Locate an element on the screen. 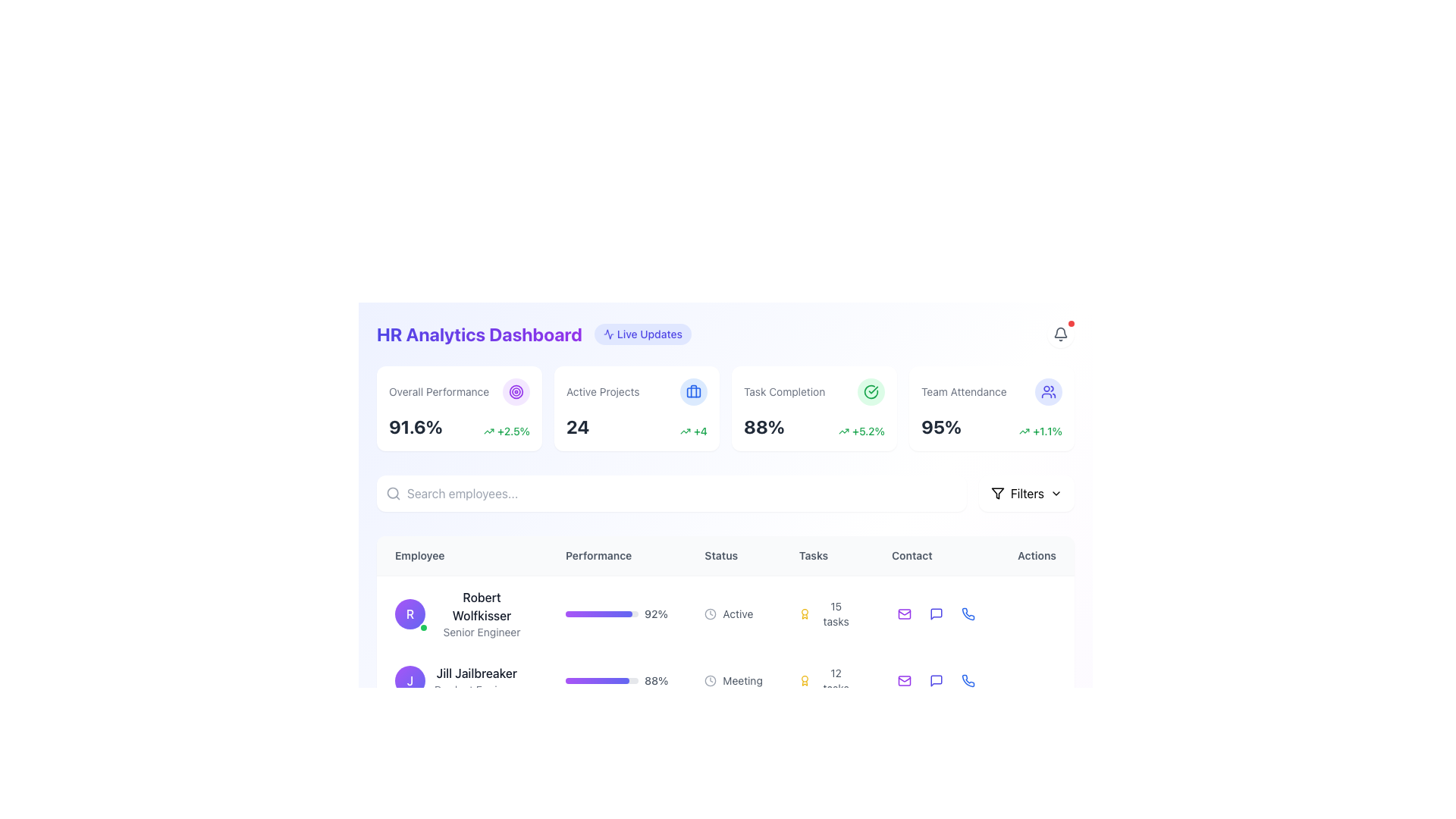 The width and height of the screenshot is (1456, 819). the text label indicating the job title of the individual below 'Robert Wolfkisser' in the 'Employee' column of the dashboard interface is located at coordinates (481, 632).